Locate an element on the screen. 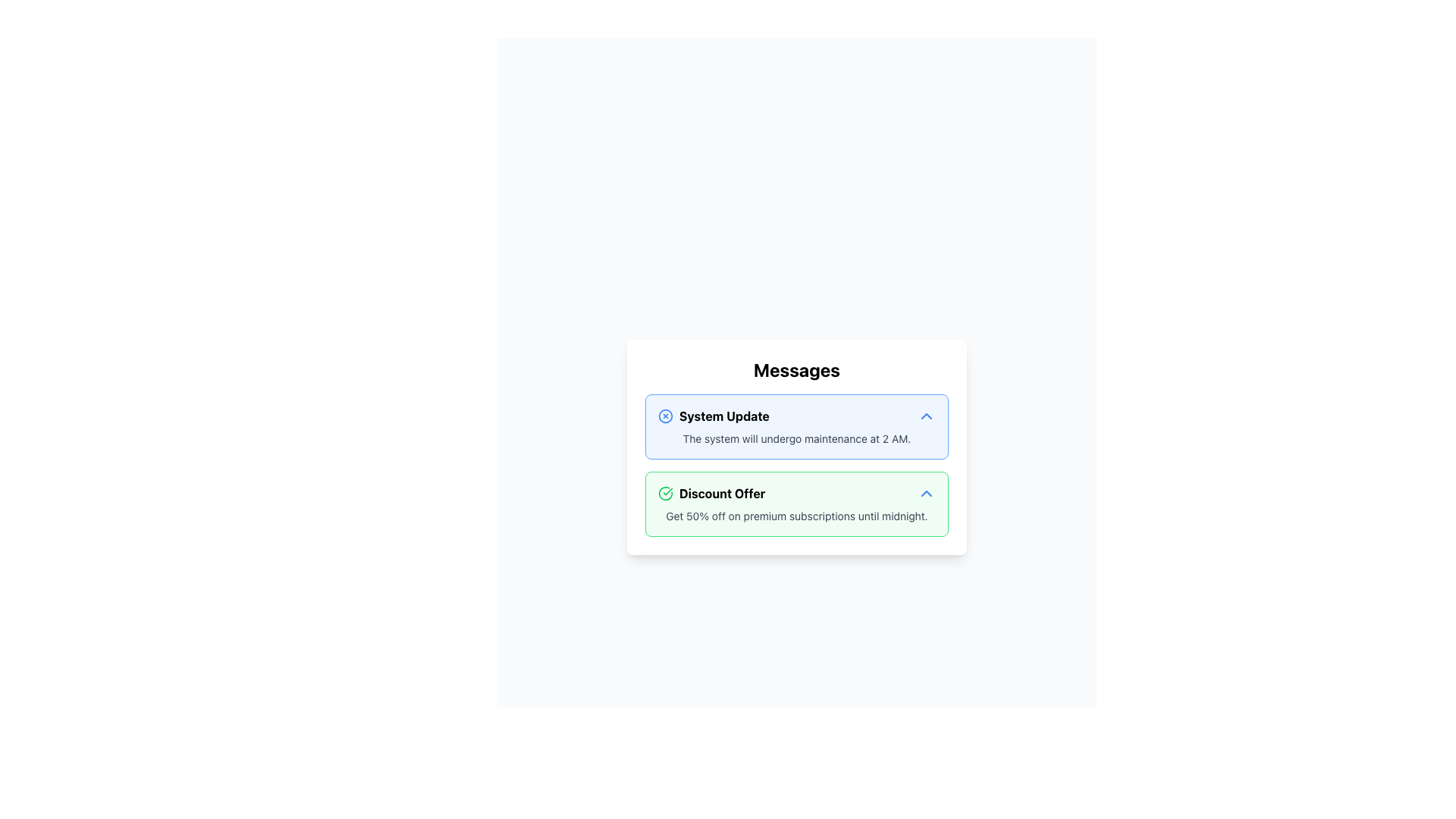  and copy the informational text about the upcoming system maintenance located in the highlighted notification area titled 'System Update' is located at coordinates (796, 438).